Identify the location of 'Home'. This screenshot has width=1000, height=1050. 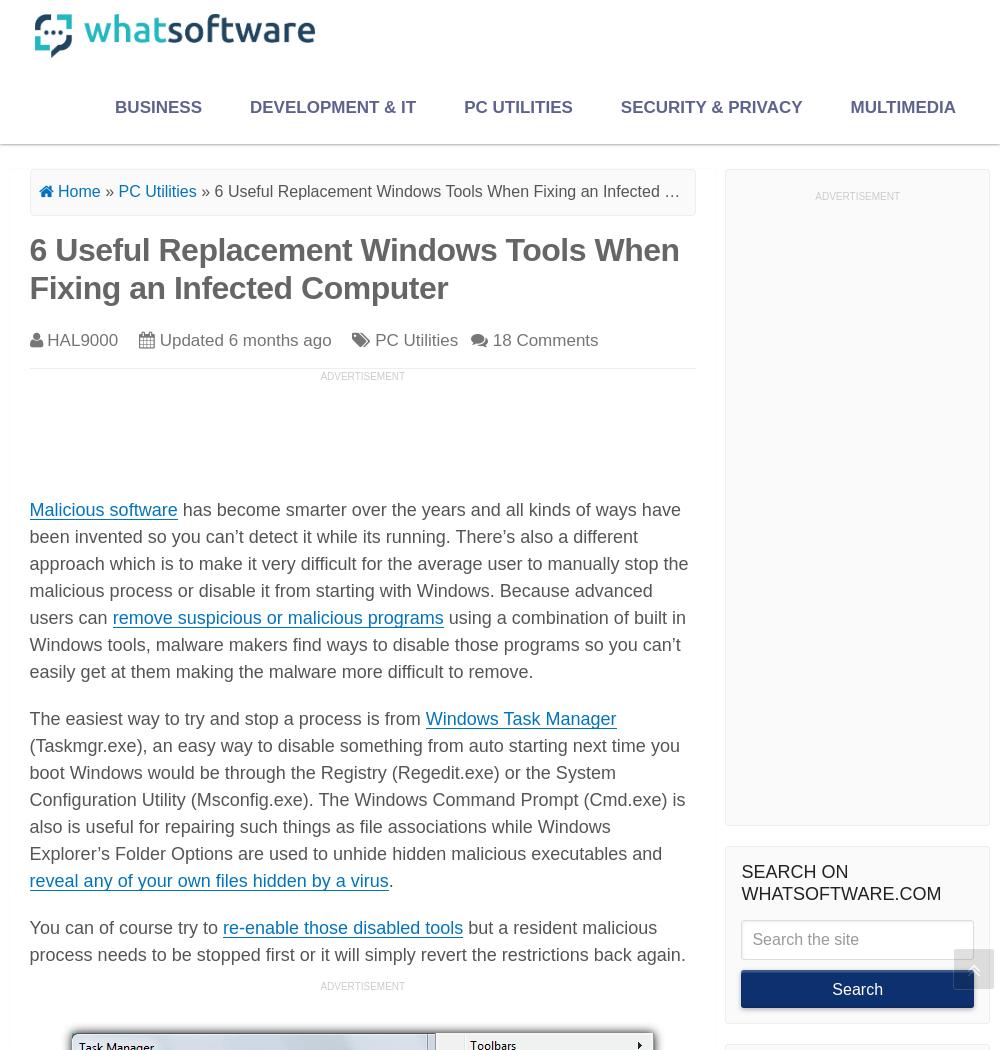
(53, 190).